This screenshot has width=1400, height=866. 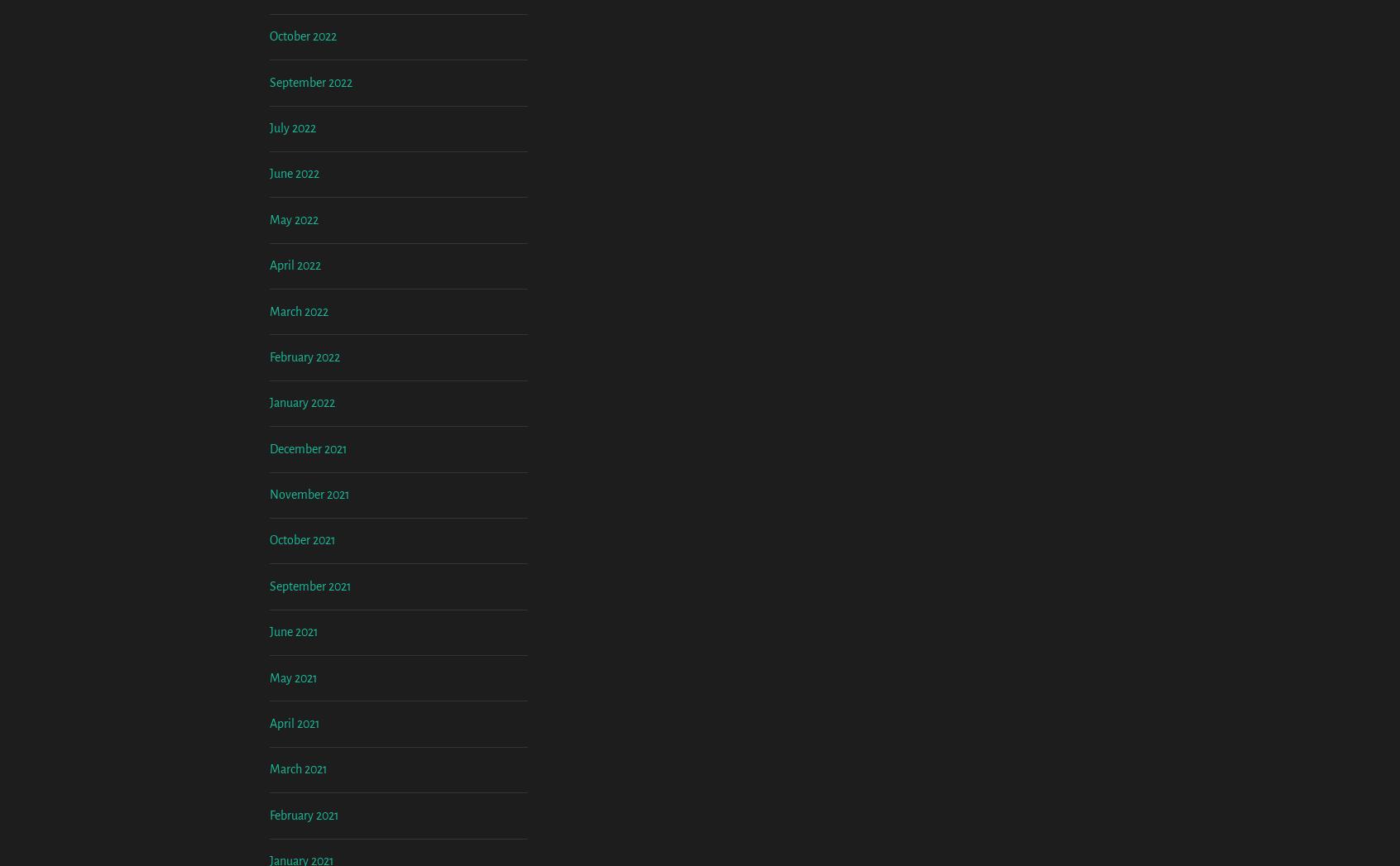 What do you see at coordinates (269, 218) in the screenshot?
I see `'September 2022'` at bounding box center [269, 218].